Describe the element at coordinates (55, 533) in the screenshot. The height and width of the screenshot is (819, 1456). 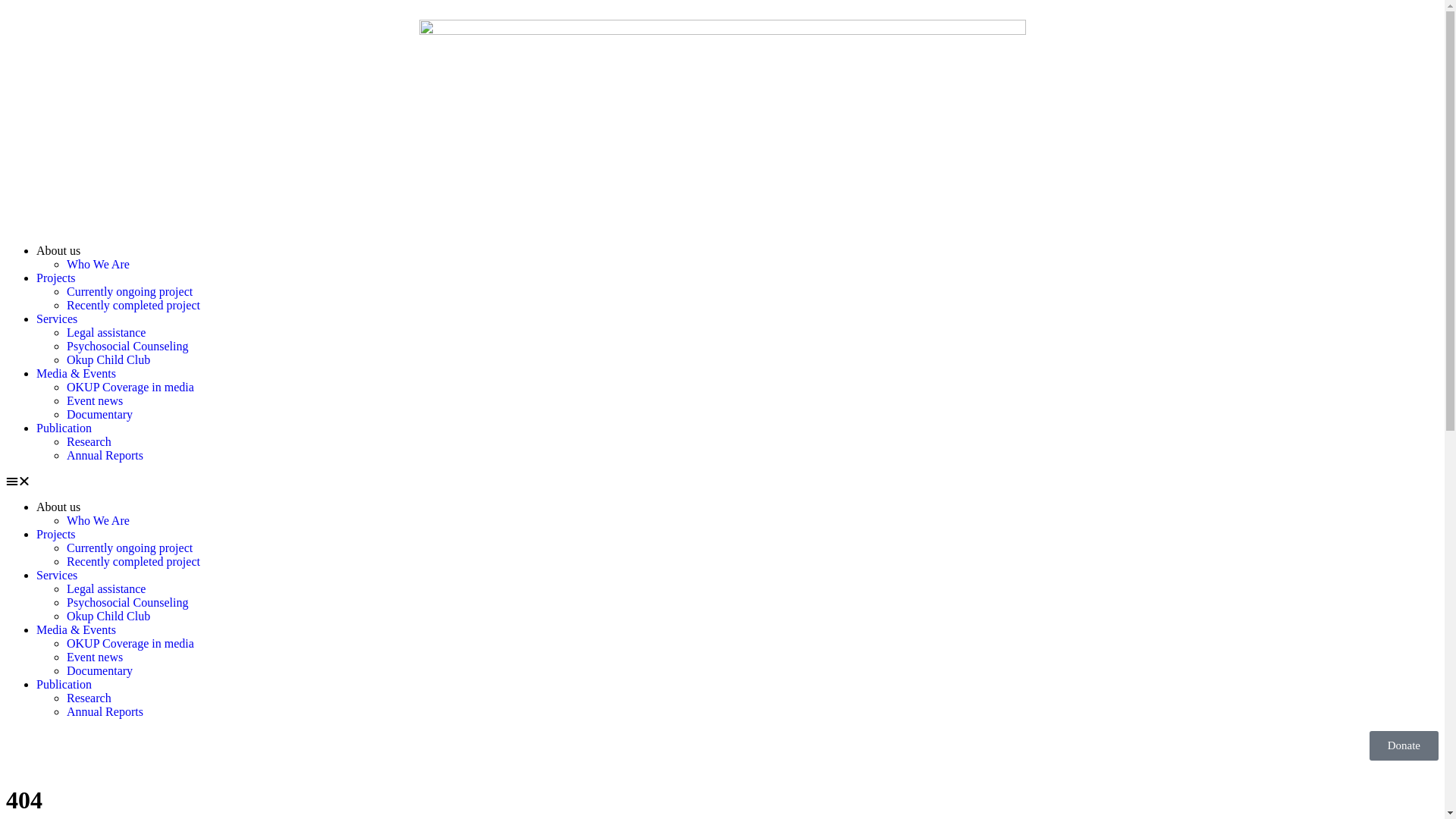
I see `'Projects'` at that location.